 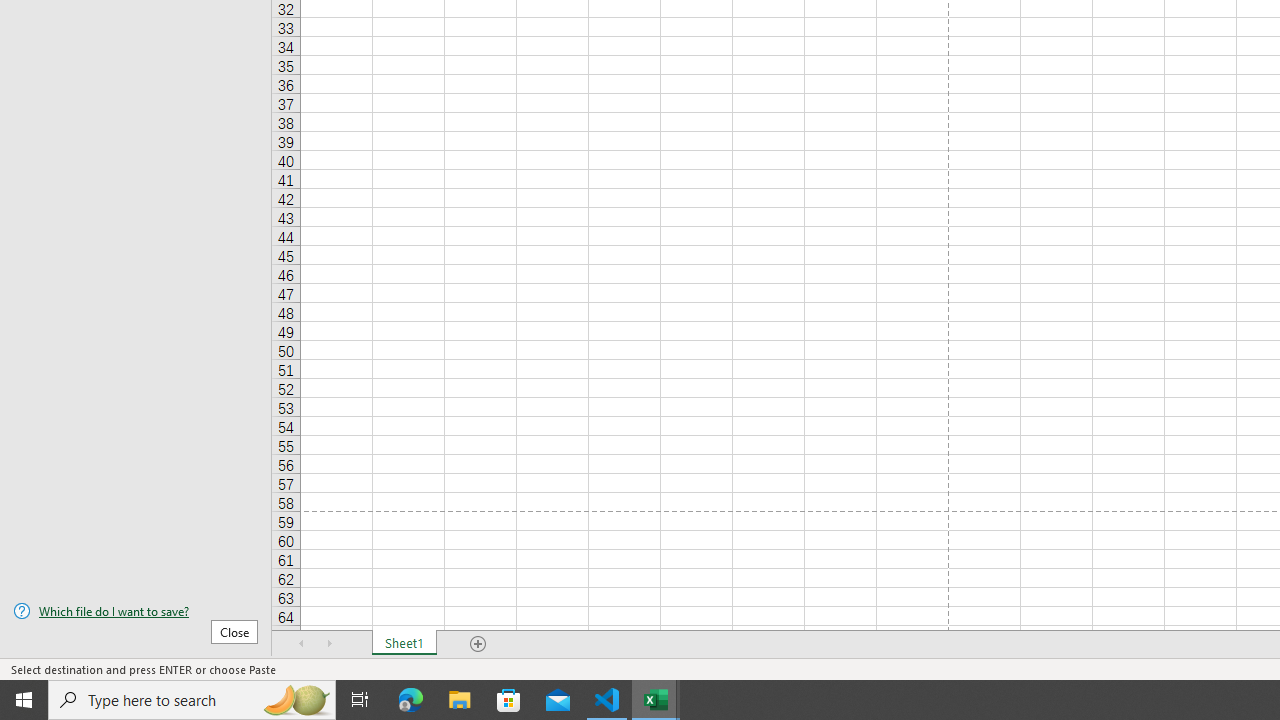 What do you see at coordinates (301, 644) in the screenshot?
I see `'Scroll Left'` at bounding box center [301, 644].